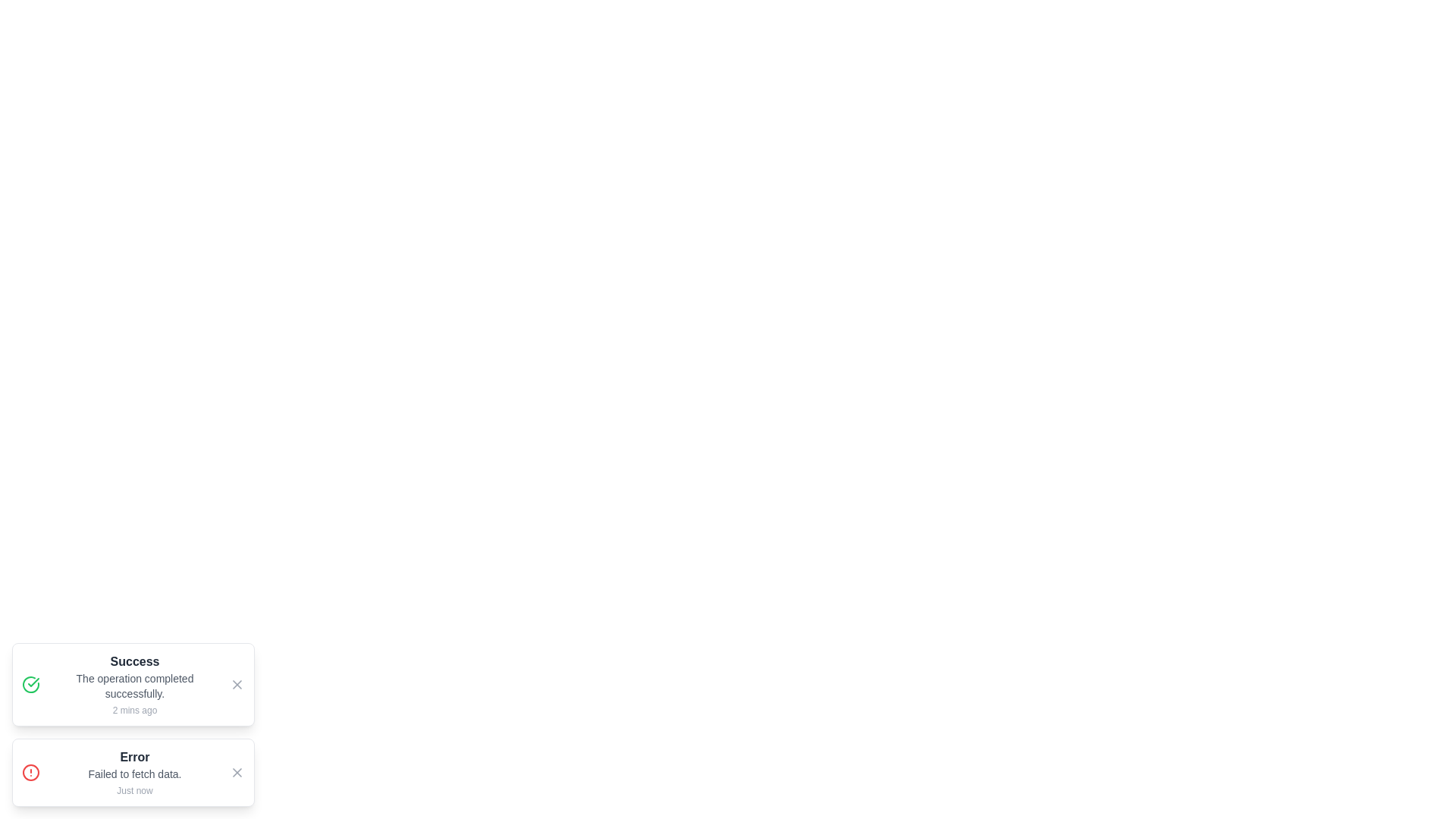 The width and height of the screenshot is (1456, 819). What do you see at coordinates (33, 681) in the screenshot?
I see `the checkmark icon within the SVG graphic that indicates a successful operation, located in the upper-left quadrant of the success notification bubble` at bounding box center [33, 681].